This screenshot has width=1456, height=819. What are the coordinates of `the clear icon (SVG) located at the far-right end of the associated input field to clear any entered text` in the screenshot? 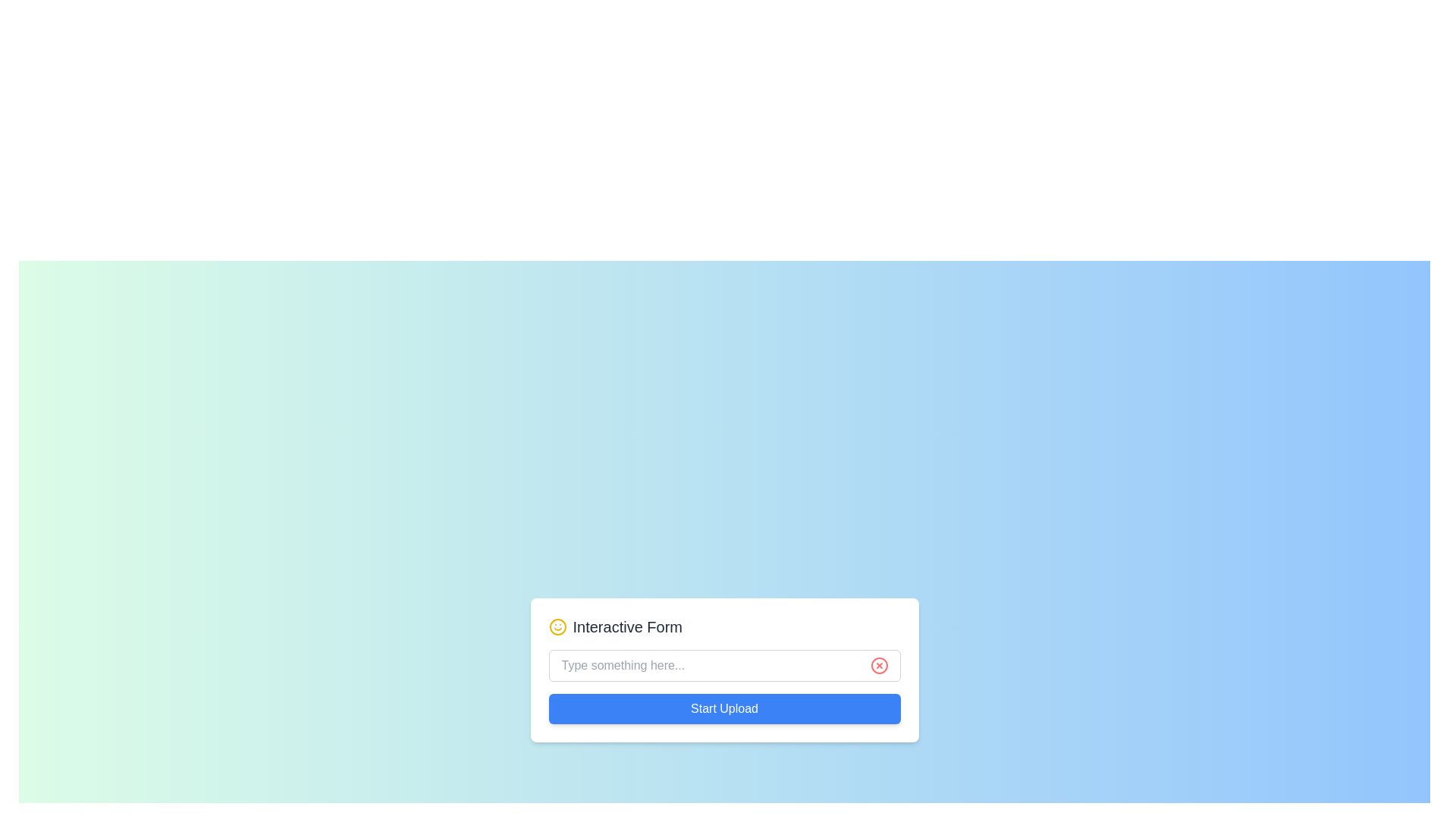 It's located at (879, 665).